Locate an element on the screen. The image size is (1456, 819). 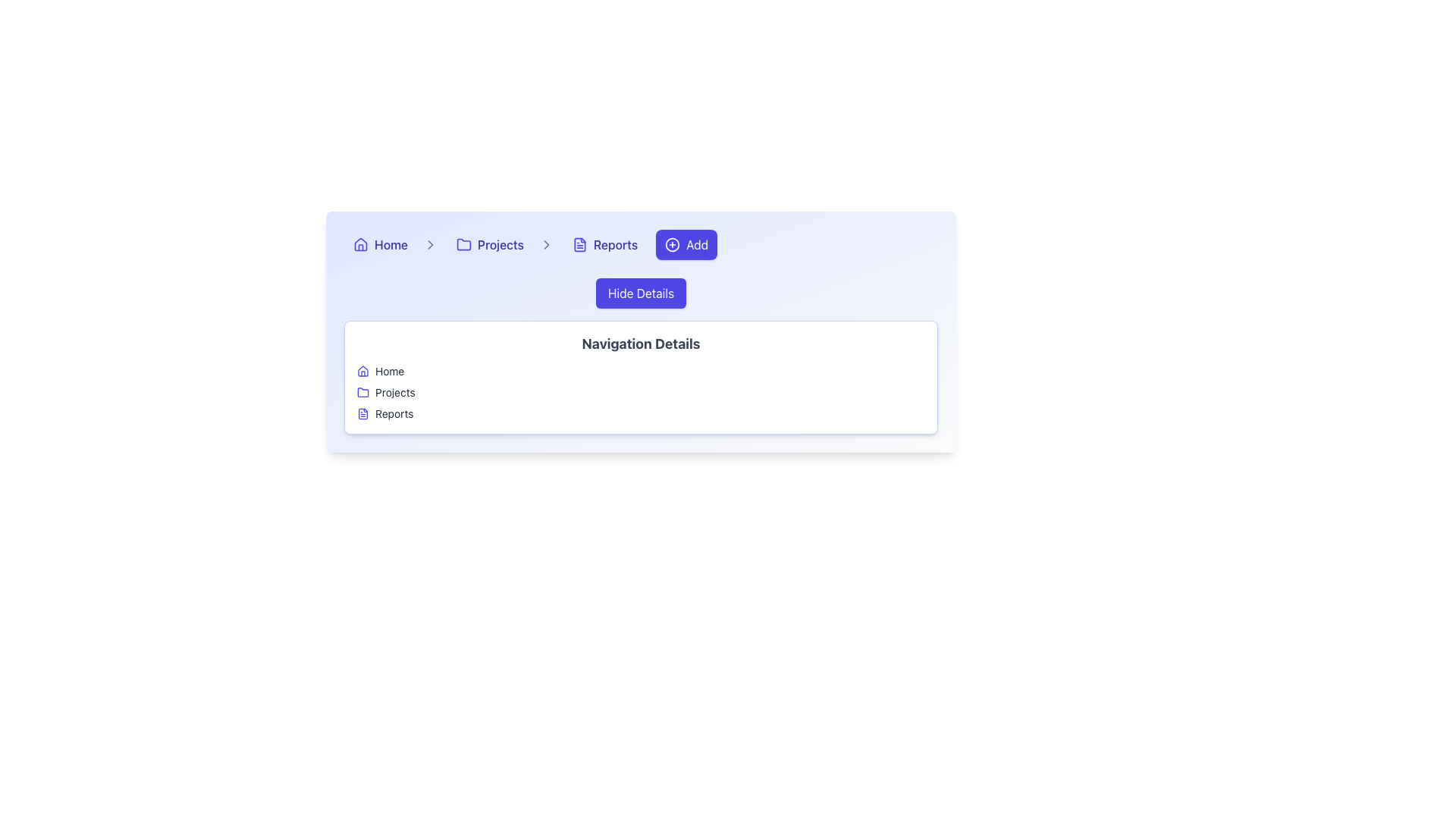
the house icon located in the navigation bar near the top left of the layout, which is part of the breadcrumb-style navigation accompanying the 'Home' label is located at coordinates (362, 371).